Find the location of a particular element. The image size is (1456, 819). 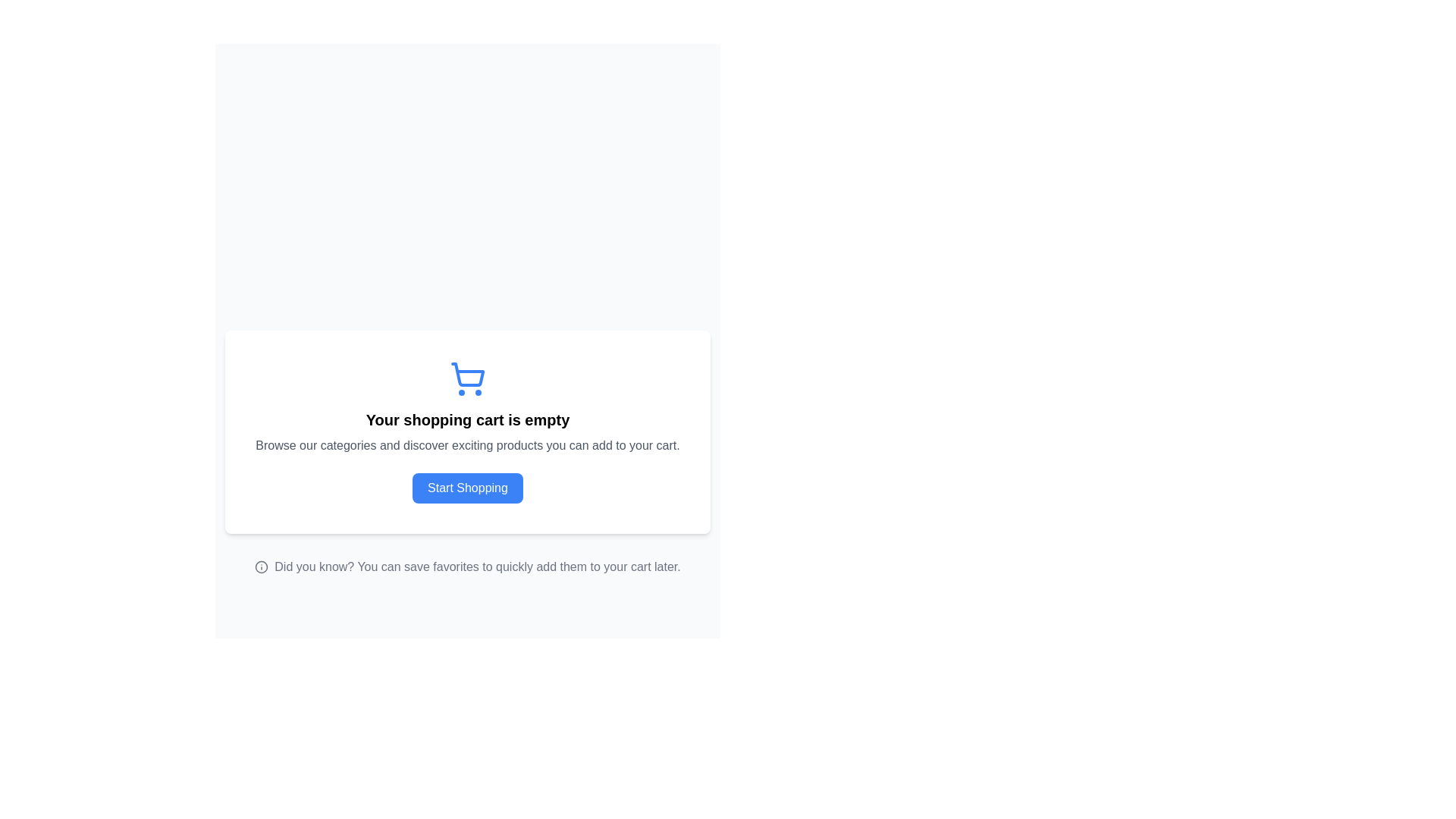

the status notification text that informs the user that their shopping cart currently has no items, located within a white card with rounded corners, centered below the shopping cart icon and above the 'Start Shopping' button is located at coordinates (467, 420).